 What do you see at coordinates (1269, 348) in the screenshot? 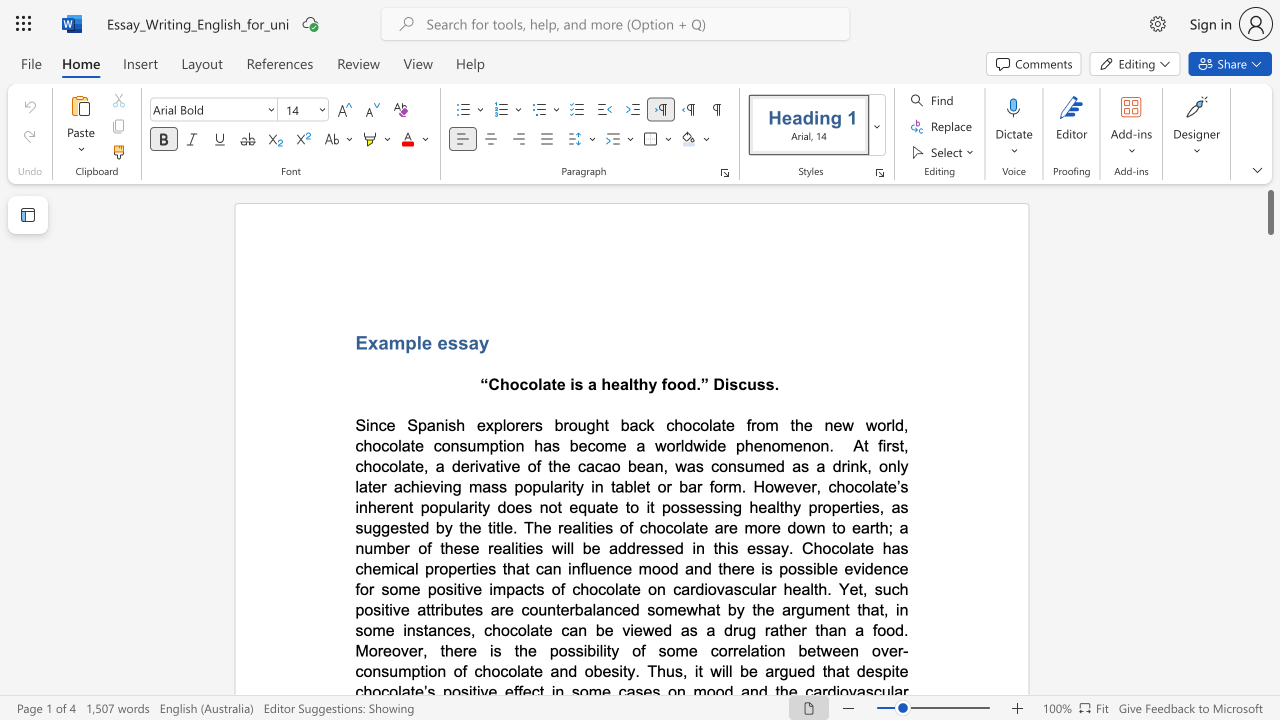
I see `the vertical scrollbar to lower the page content` at bounding box center [1269, 348].